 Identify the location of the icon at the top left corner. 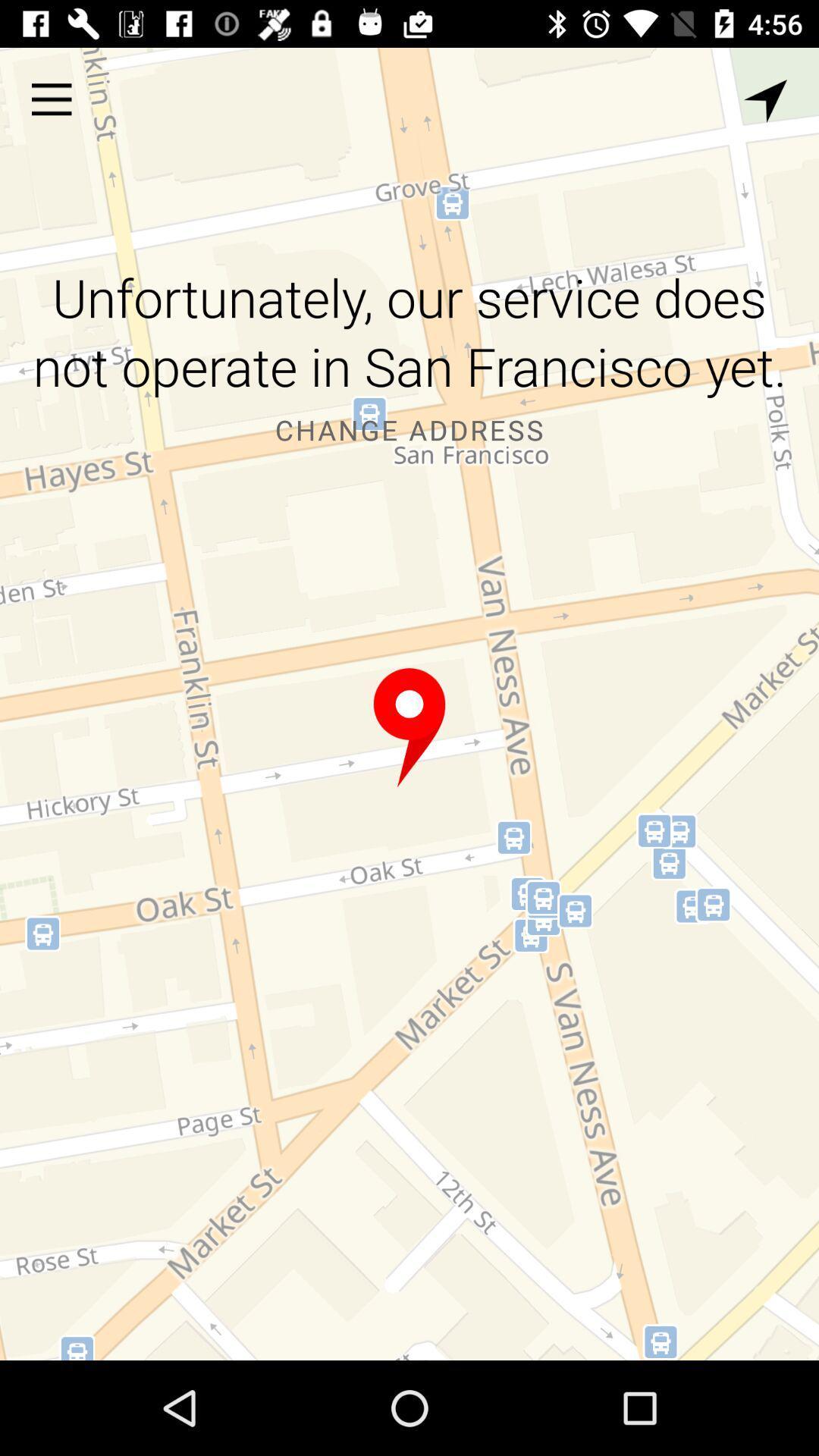
(51, 99).